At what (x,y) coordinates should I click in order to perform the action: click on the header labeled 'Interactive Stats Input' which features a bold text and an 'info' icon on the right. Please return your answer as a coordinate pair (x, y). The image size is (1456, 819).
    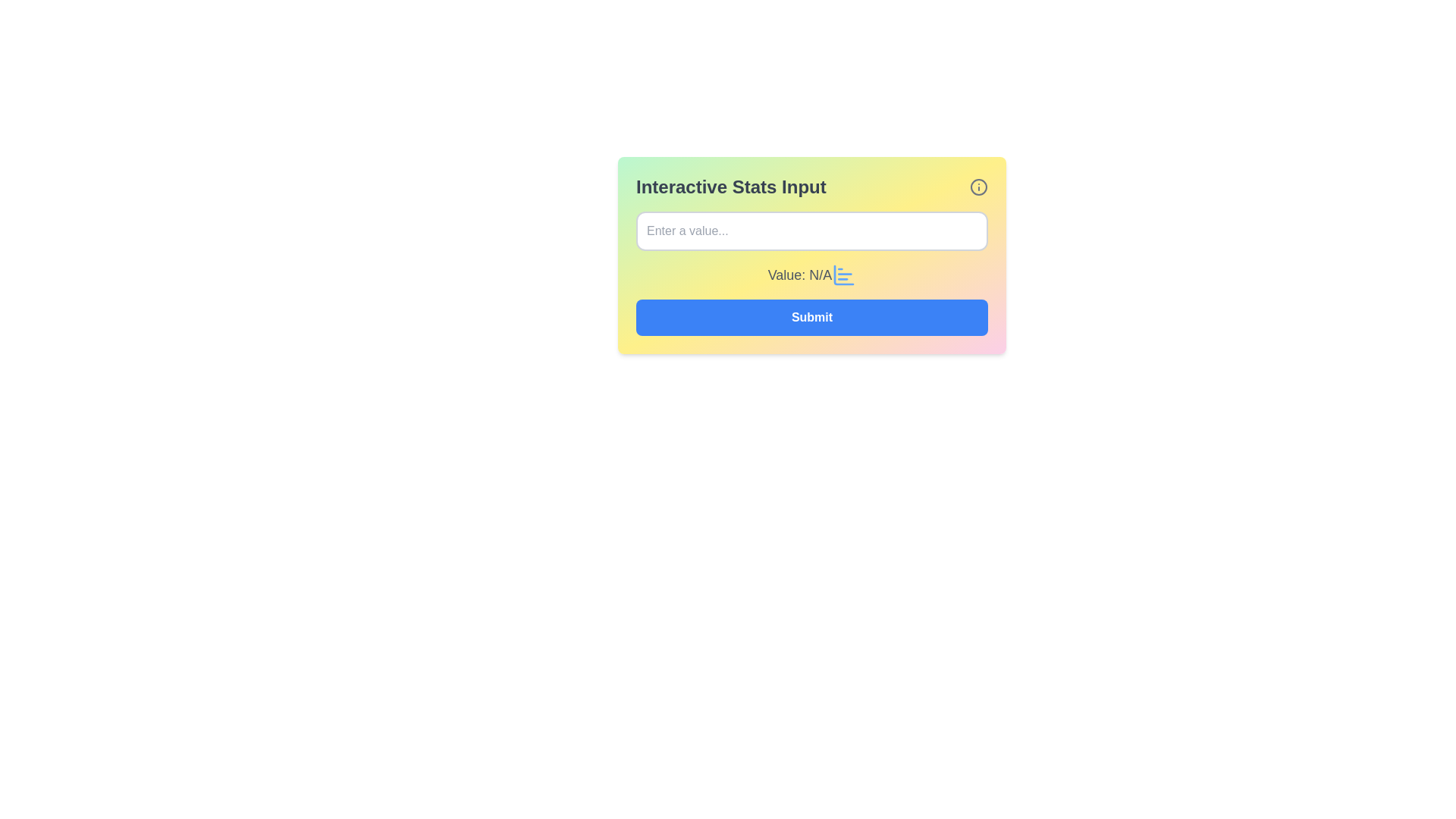
    Looking at the image, I should click on (811, 186).